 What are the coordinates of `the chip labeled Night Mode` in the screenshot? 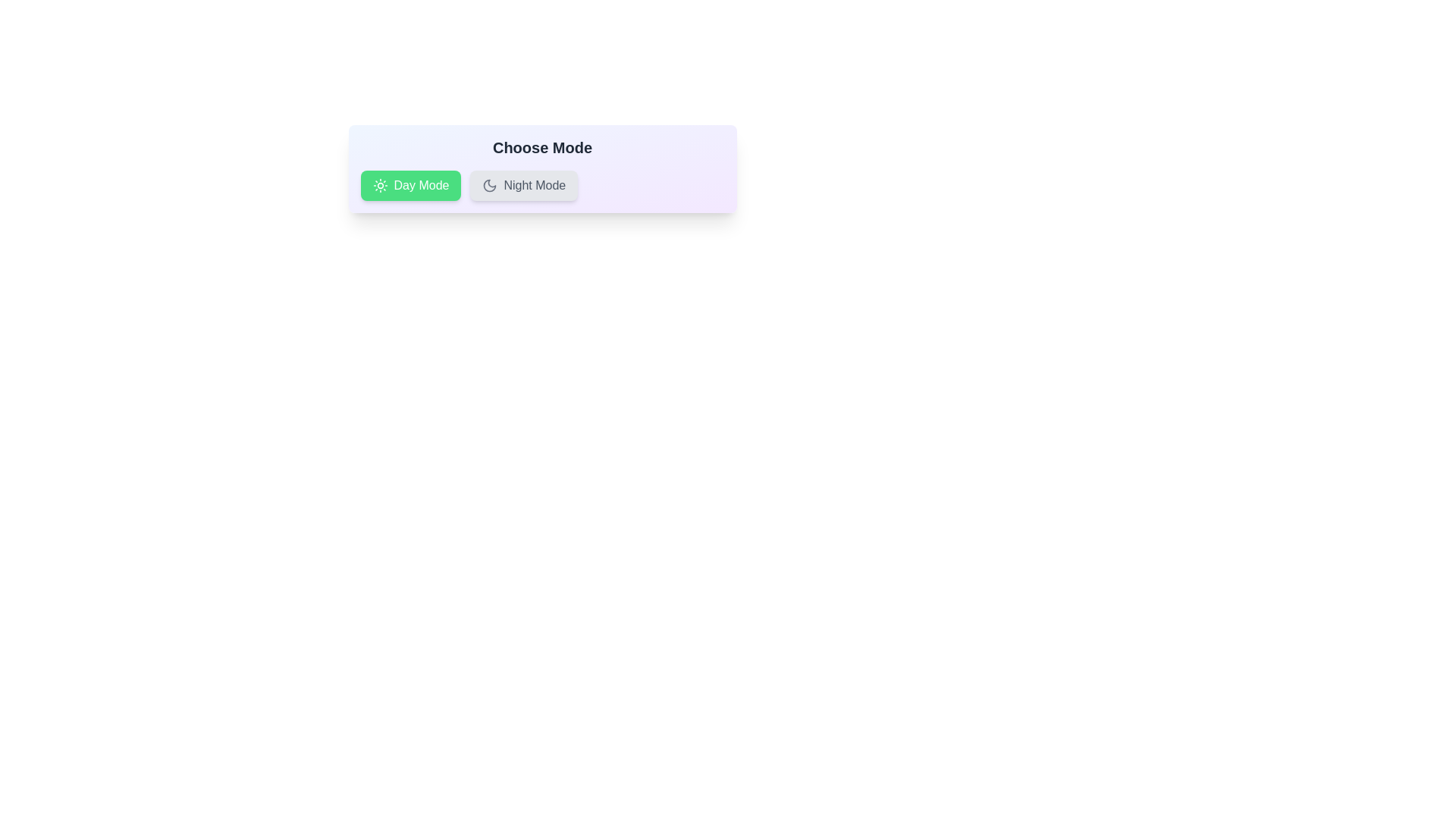 It's located at (524, 185).